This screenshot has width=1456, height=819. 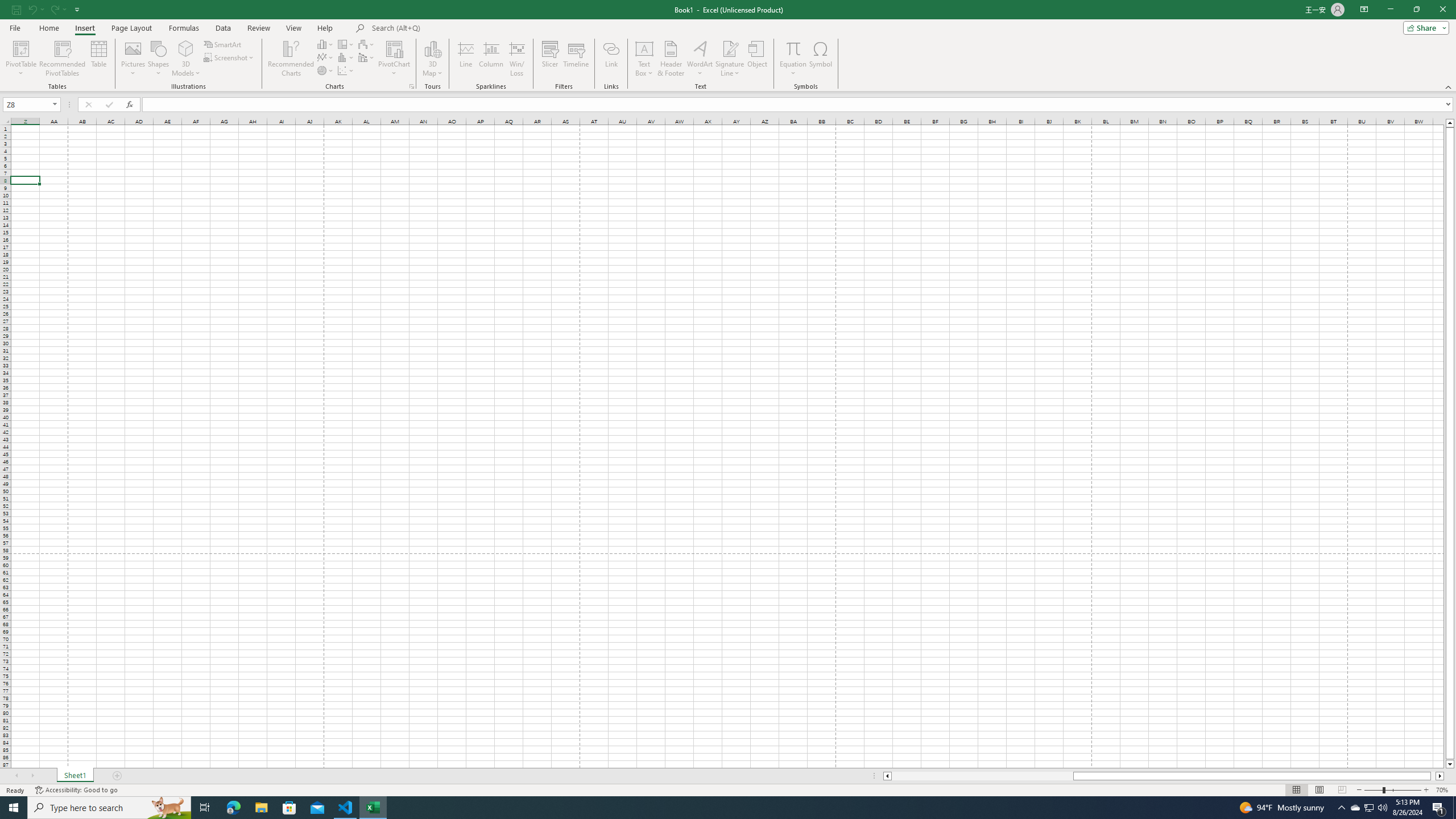 I want to click on 'Recommended PivotTables', so click(x=63, y=59).